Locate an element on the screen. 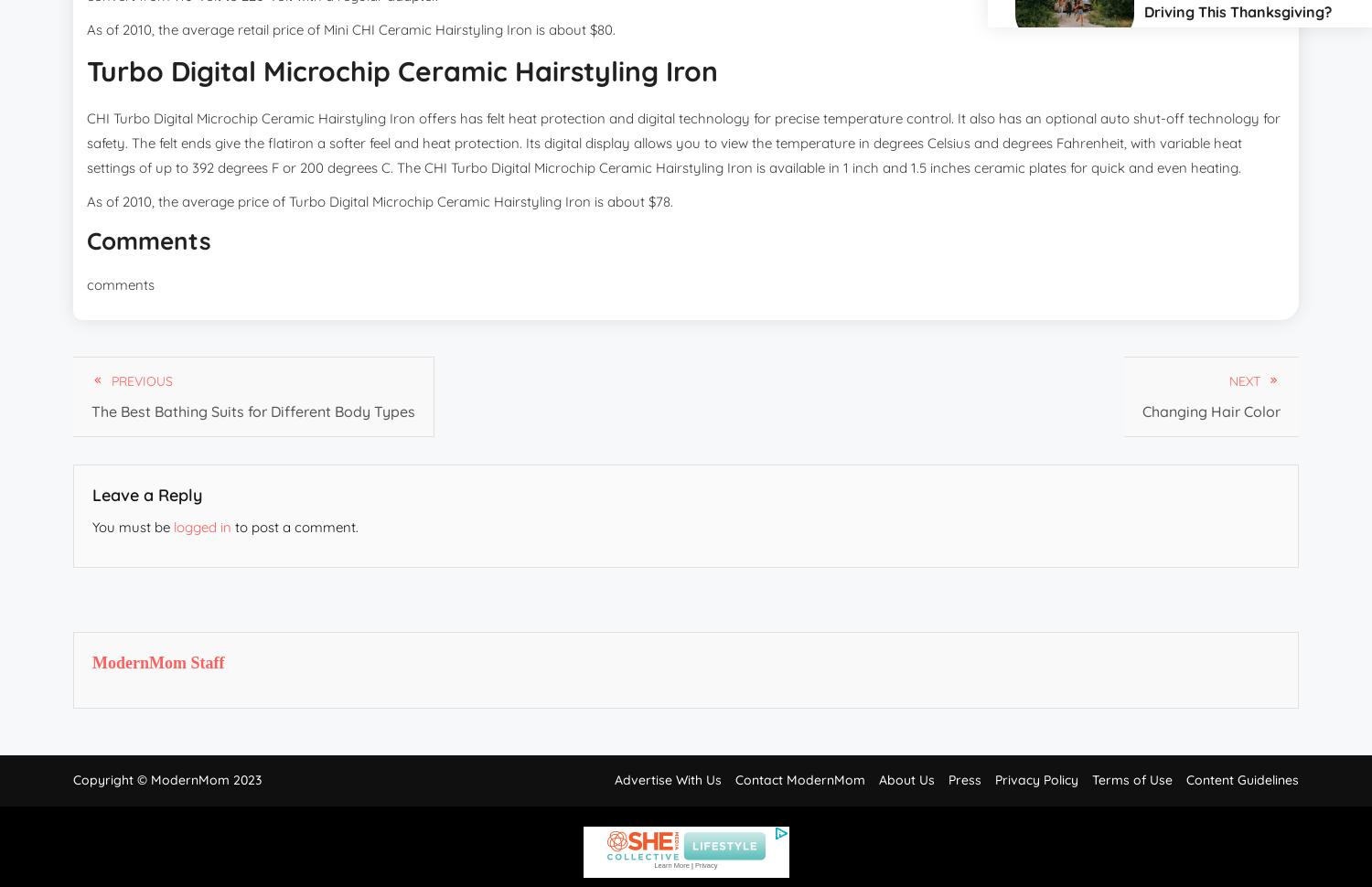 Image resolution: width=1372 pixels, height=887 pixels. 'Money' is located at coordinates (1242, 116).